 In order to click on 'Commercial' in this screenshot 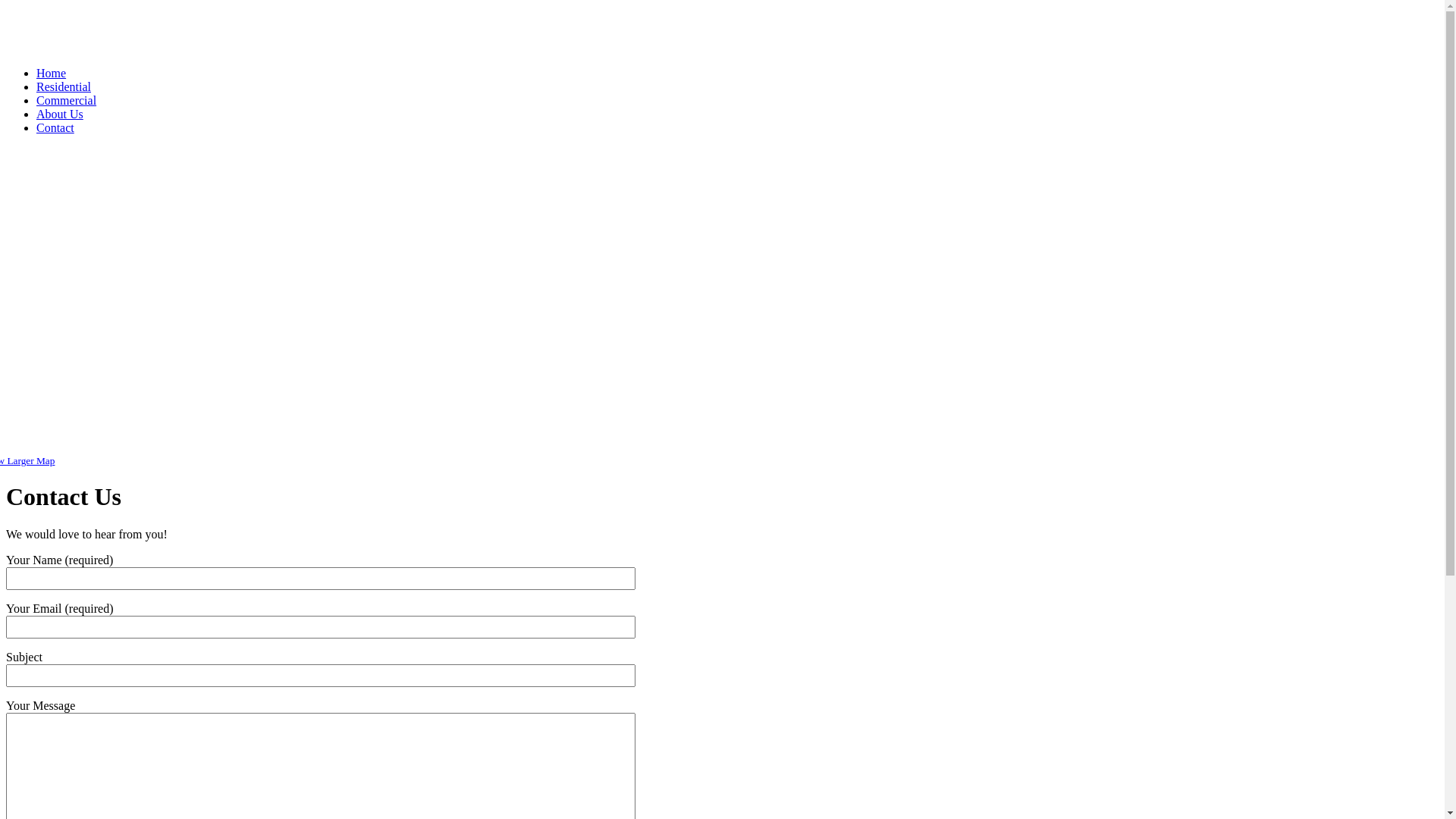, I will do `click(65, 100)`.